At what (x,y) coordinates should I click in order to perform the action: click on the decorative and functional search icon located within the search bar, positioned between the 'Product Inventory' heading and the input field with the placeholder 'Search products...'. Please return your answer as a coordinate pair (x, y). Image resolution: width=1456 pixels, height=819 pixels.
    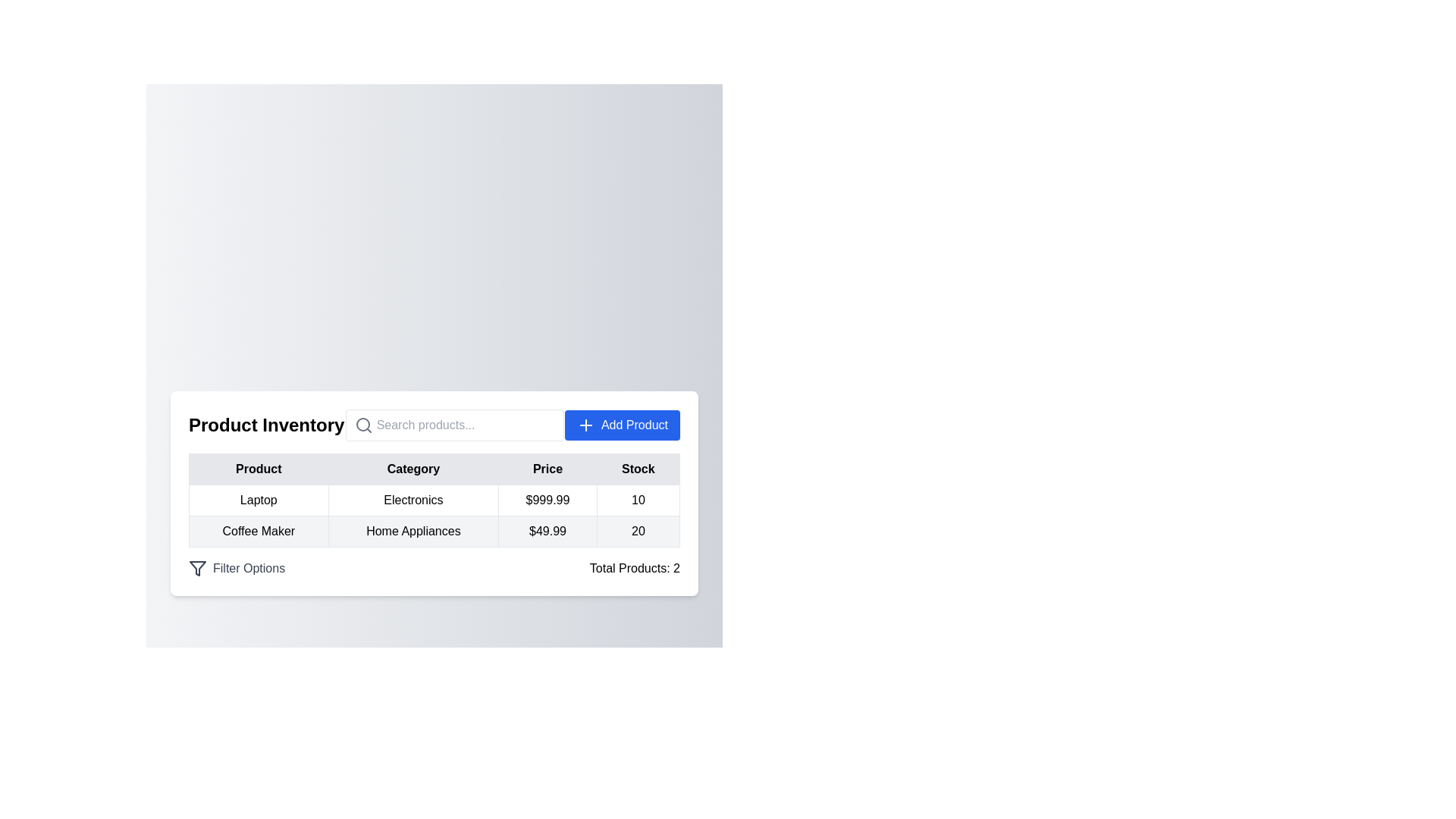
    Looking at the image, I should click on (362, 425).